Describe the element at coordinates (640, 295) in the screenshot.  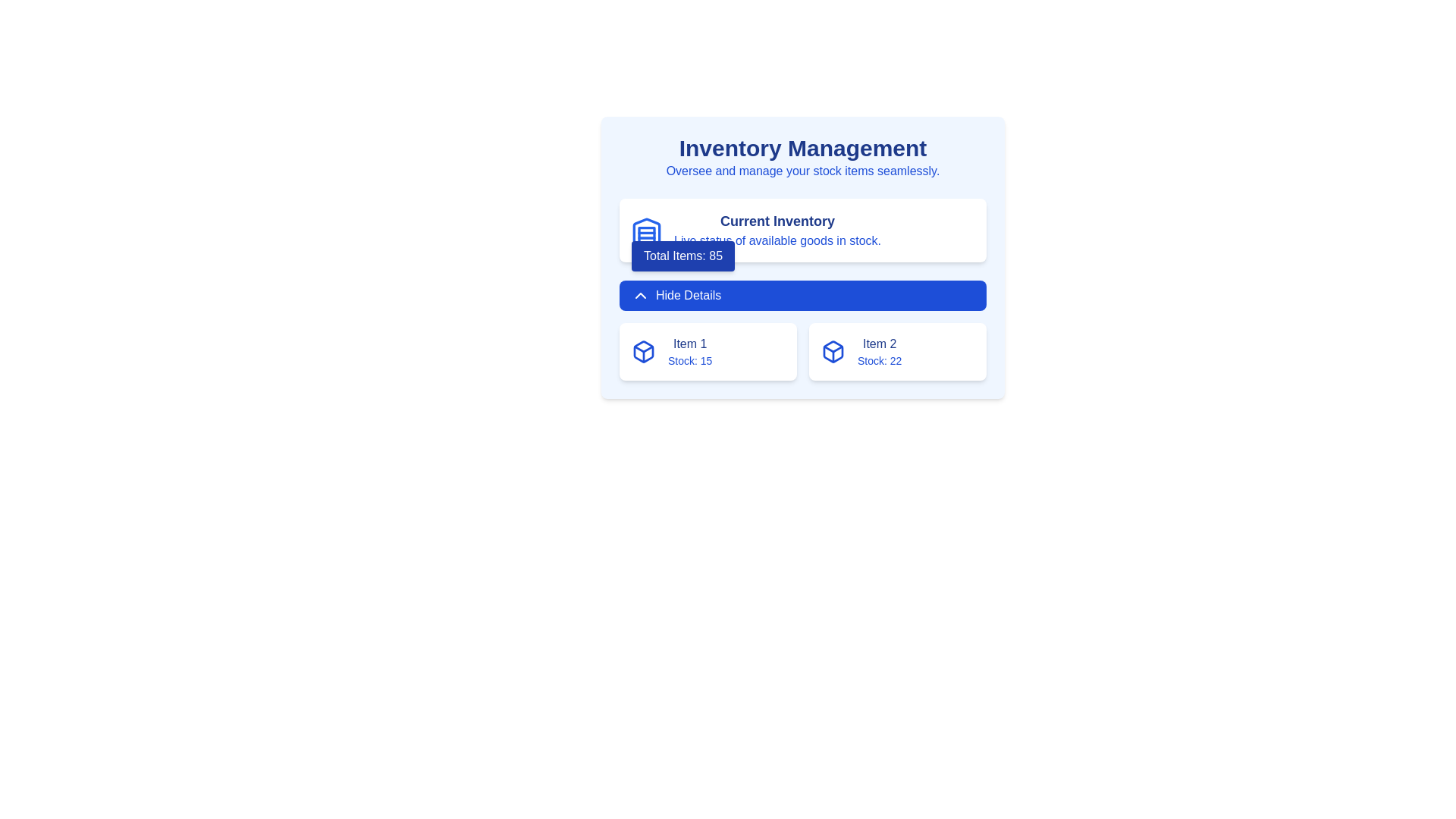
I see `the chevron icon that is part of the 'Hide Details' button located at the bottom-right of the card` at that location.